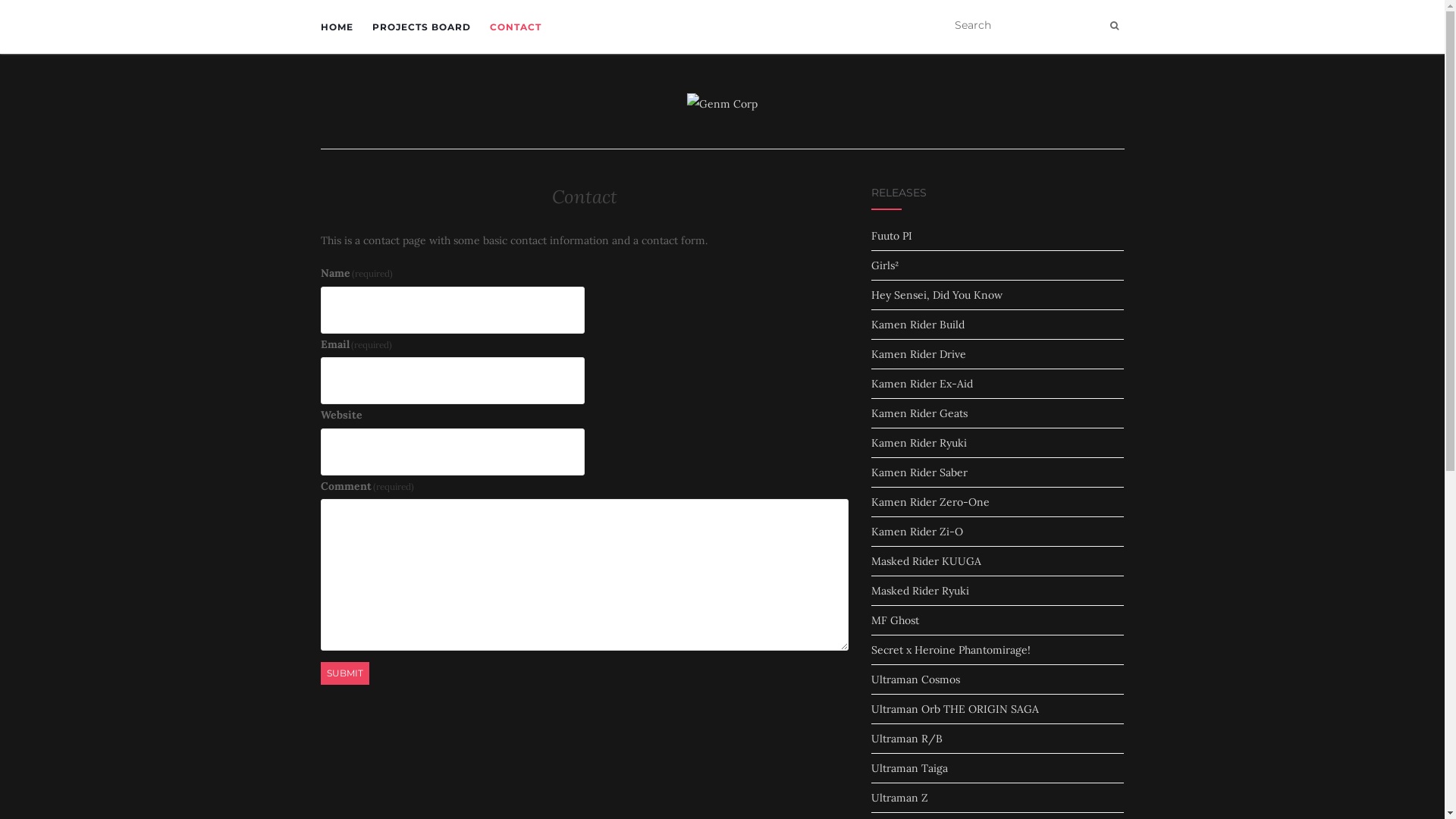  What do you see at coordinates (919, 590) in the screenshot?
I see `'Masked Rider Ryuki'` at bounding box center [919, 590].